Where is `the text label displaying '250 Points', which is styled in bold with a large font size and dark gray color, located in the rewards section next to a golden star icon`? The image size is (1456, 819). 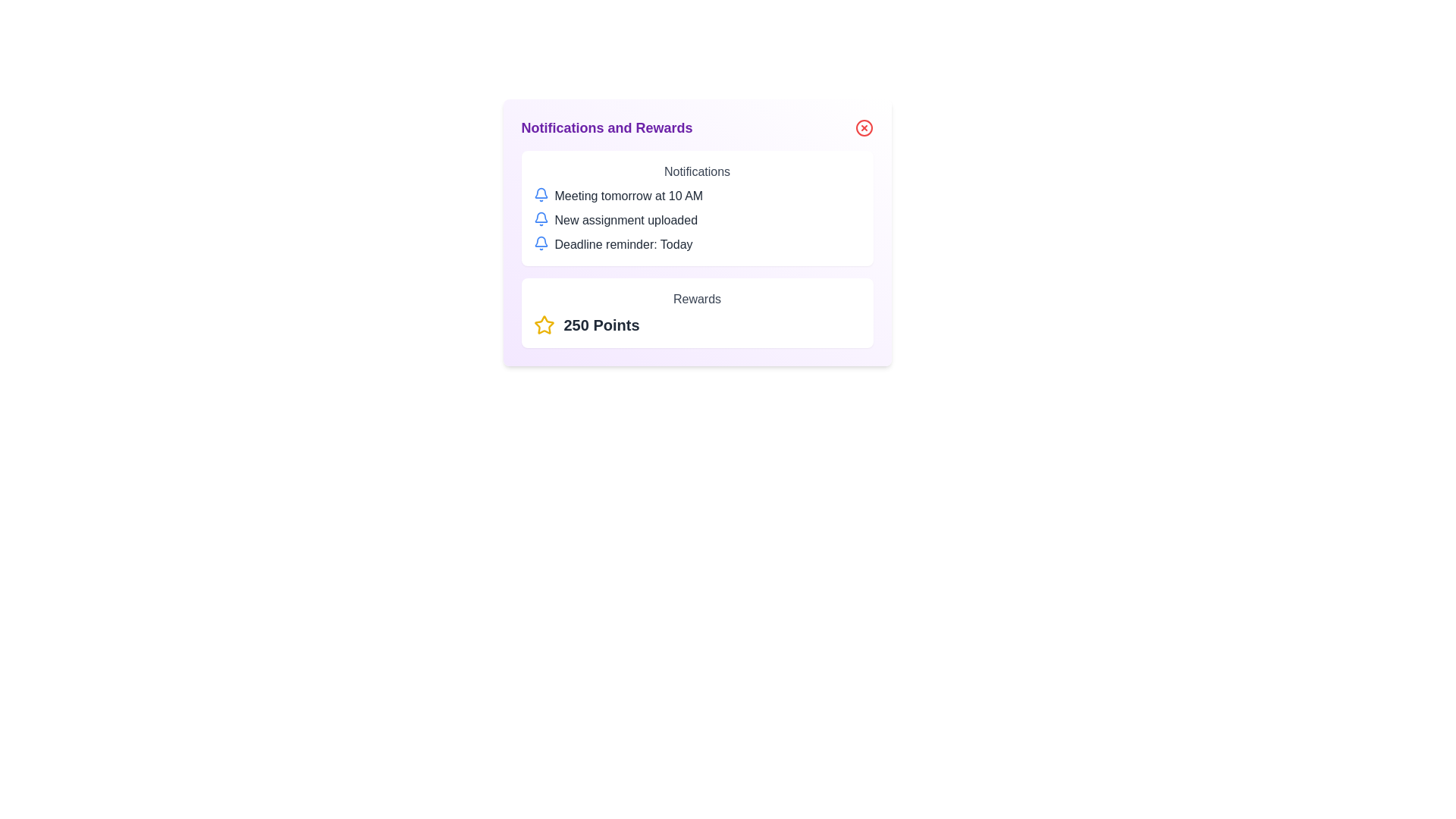 the text label displaying '250 Points', which is styled in bold with a large font size and dark gray color, located in the rewards section next to a golden star icon is located at coordinates (601, 324).